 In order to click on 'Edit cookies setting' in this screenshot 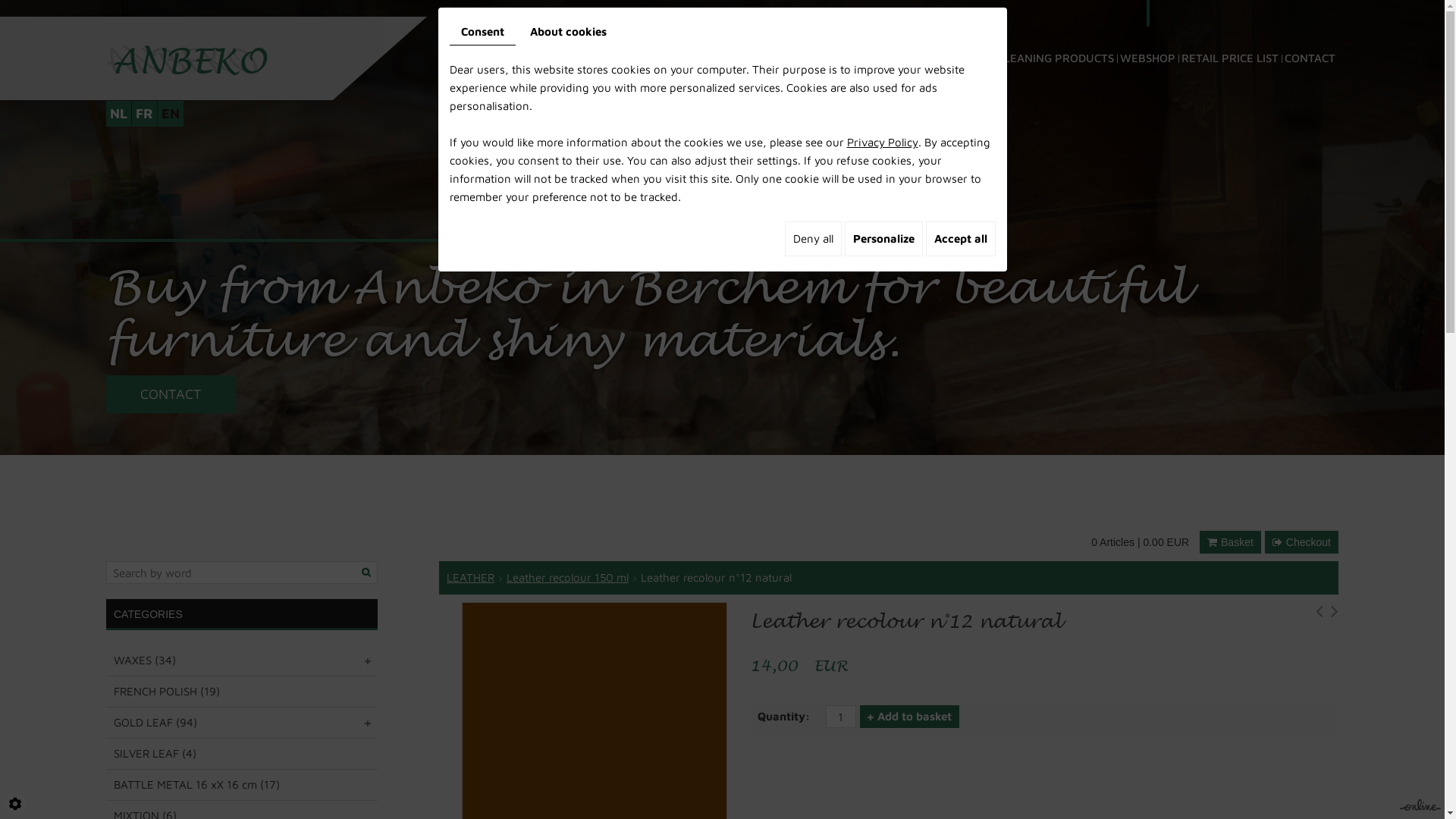, I will do `click(14, 803)`.